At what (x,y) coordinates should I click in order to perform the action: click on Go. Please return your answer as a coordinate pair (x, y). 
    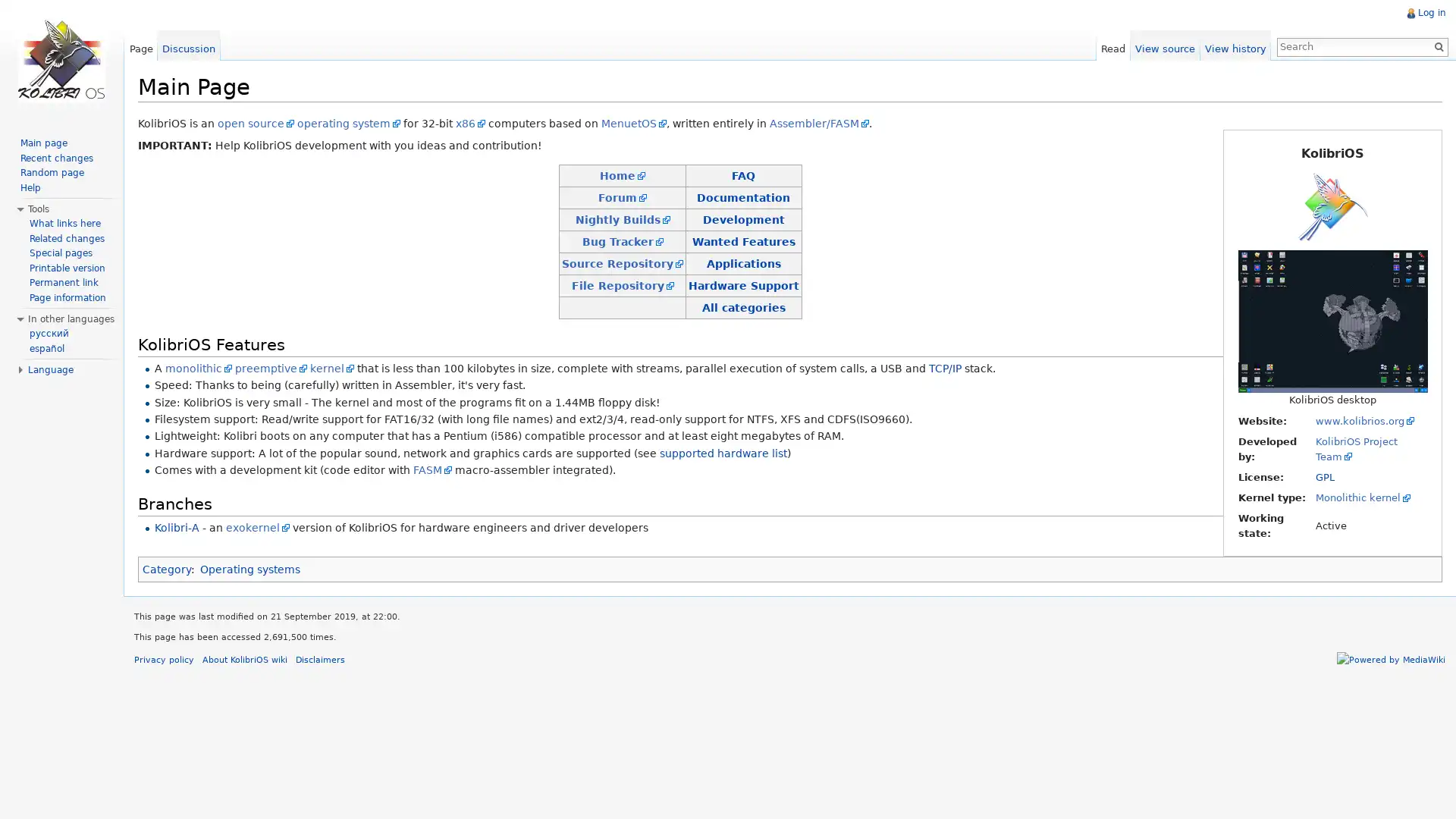
    Looking at the image, I should click on (1433, 45).